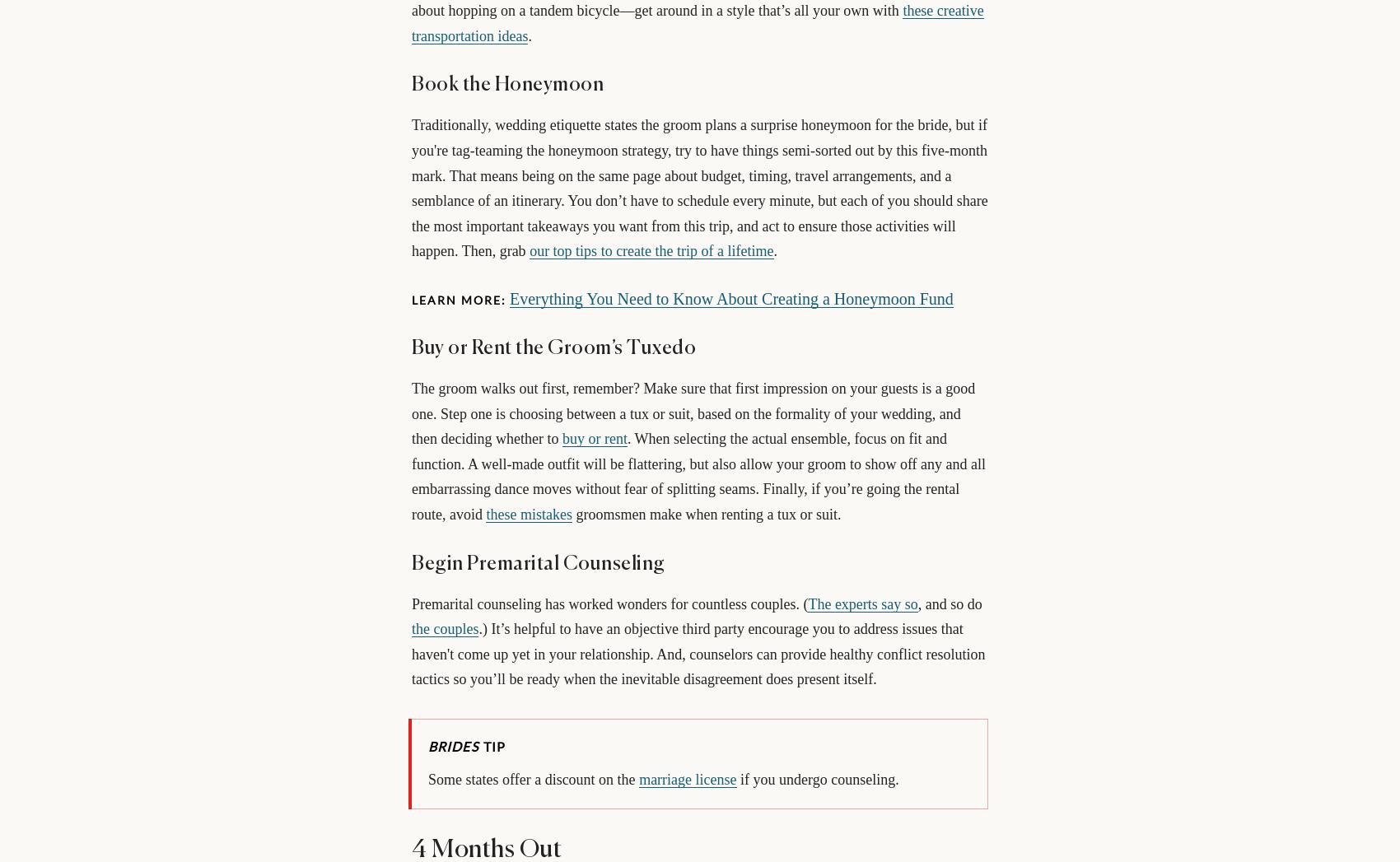 This screenshot has height=862, width=1400. I want to click on 'Begin Premarital Counseling', so click(538, 562).